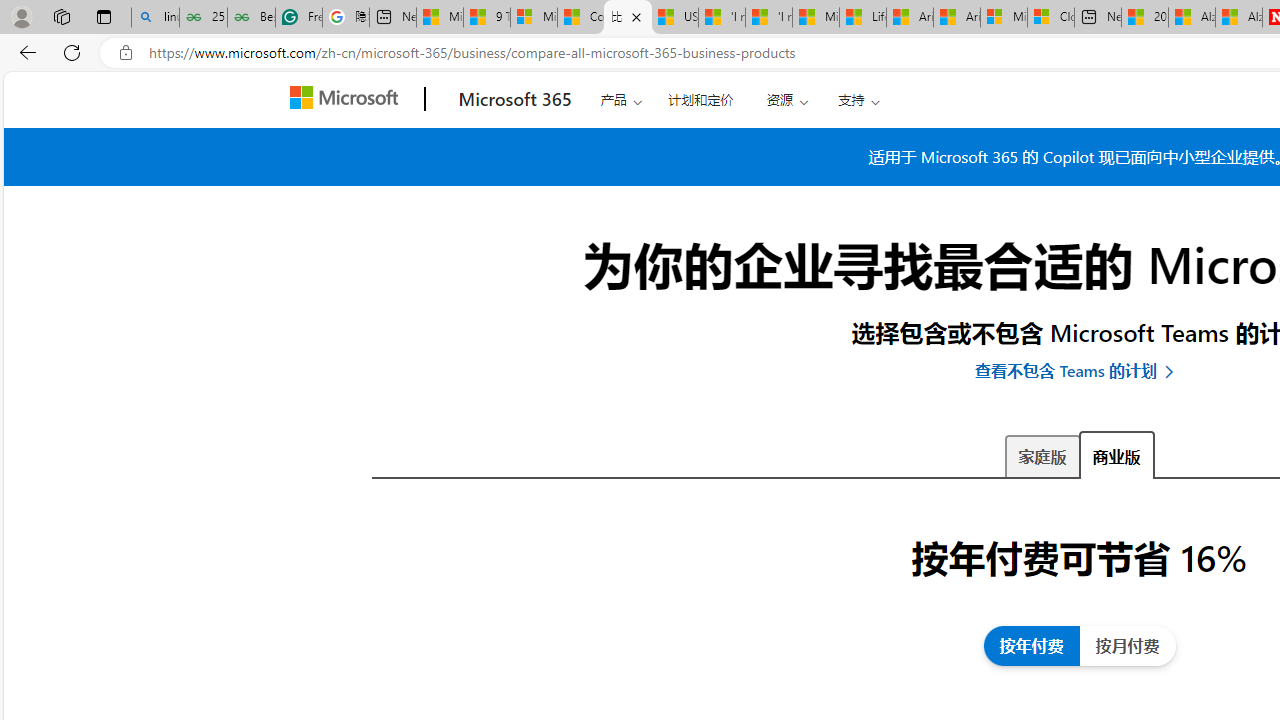 The height and width of the screenshot is (720, 1280). I want to click on '25 Basic Linux Commands For Beginners - GeeksforGeeks', so click(203, 17).